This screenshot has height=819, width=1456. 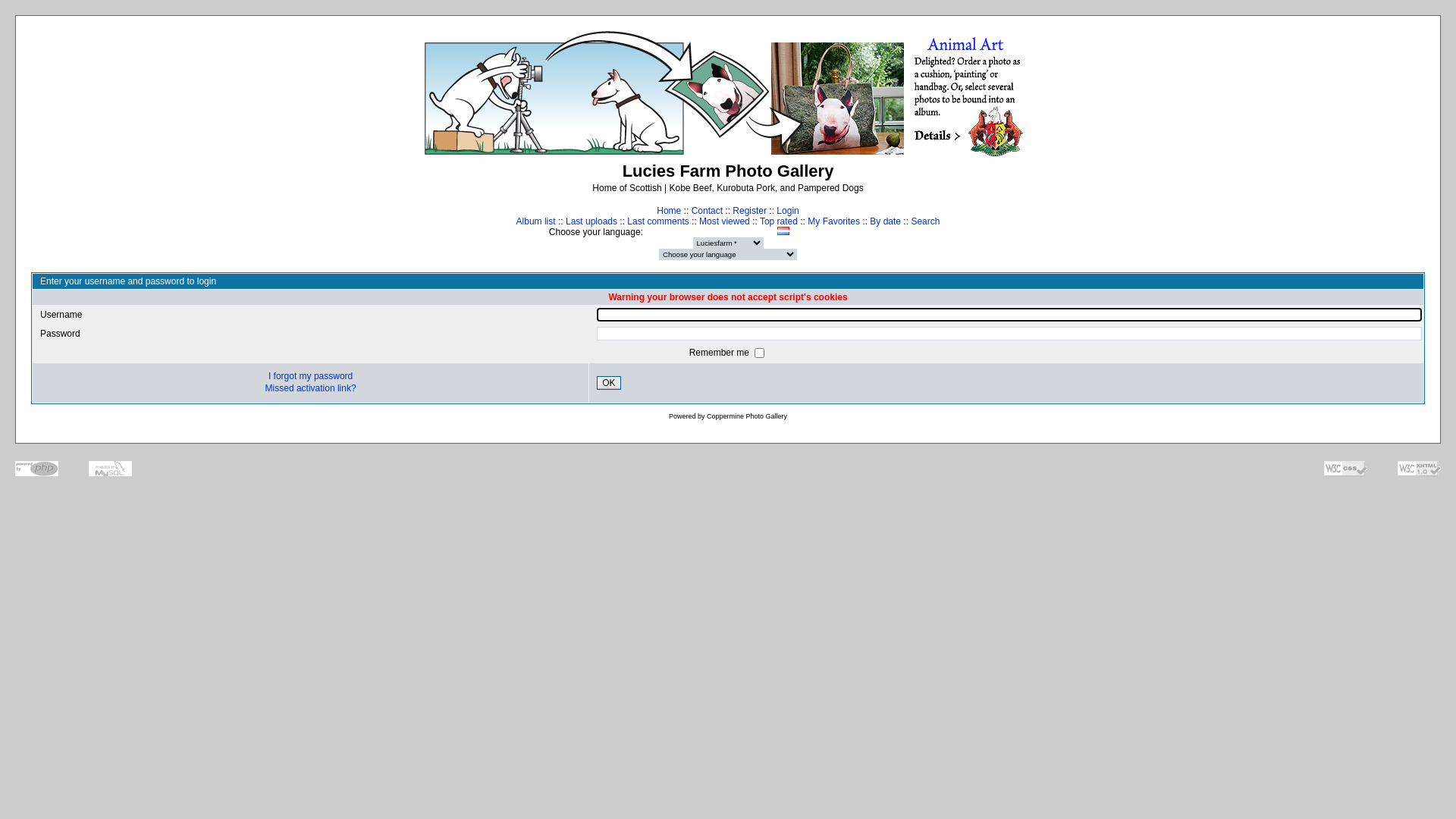 I want to click on 'Most viewed', so click(x=723, y=221).